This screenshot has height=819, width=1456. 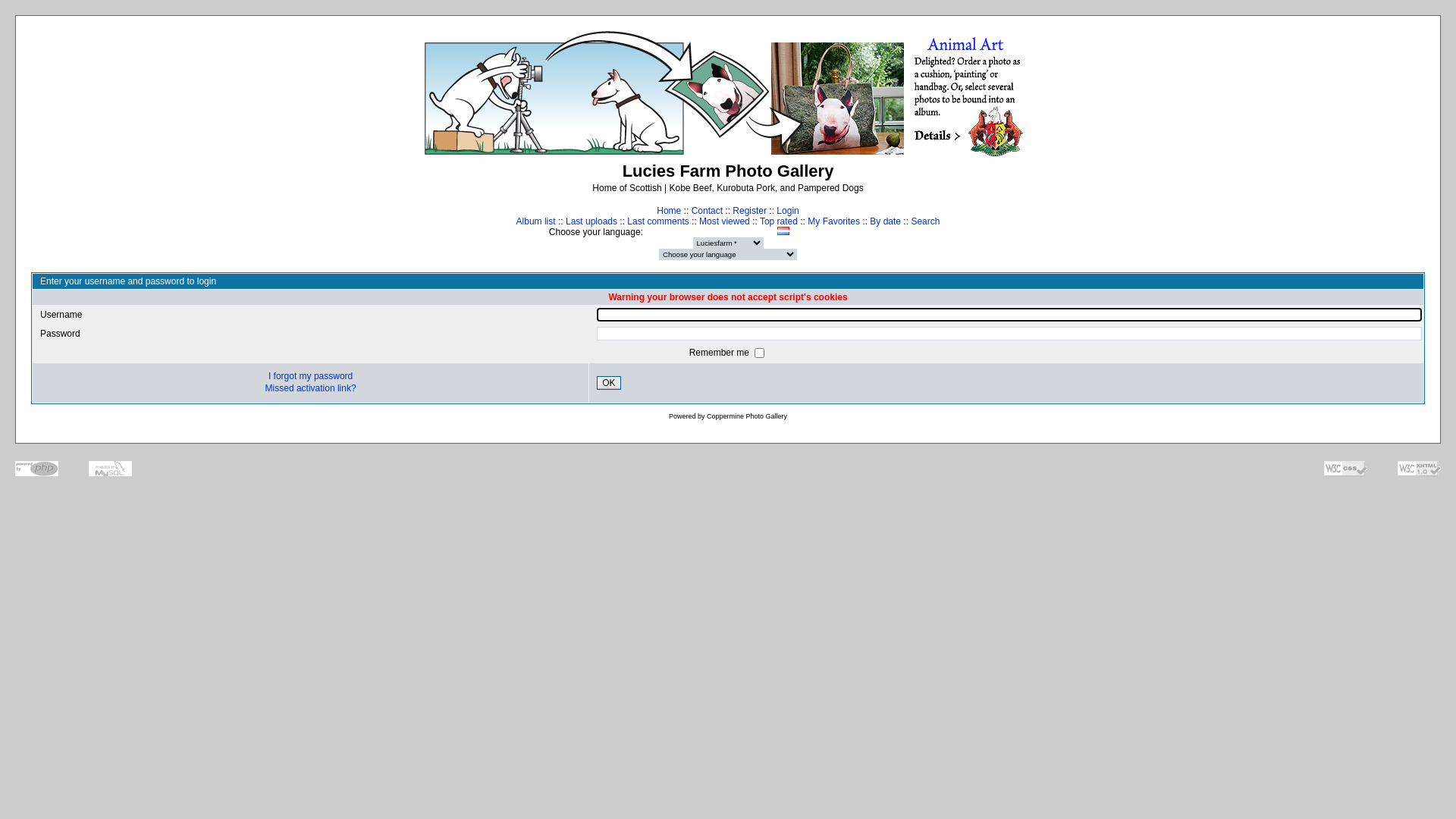 I want to click on 'Most viewed', so click(x=723, y=221).